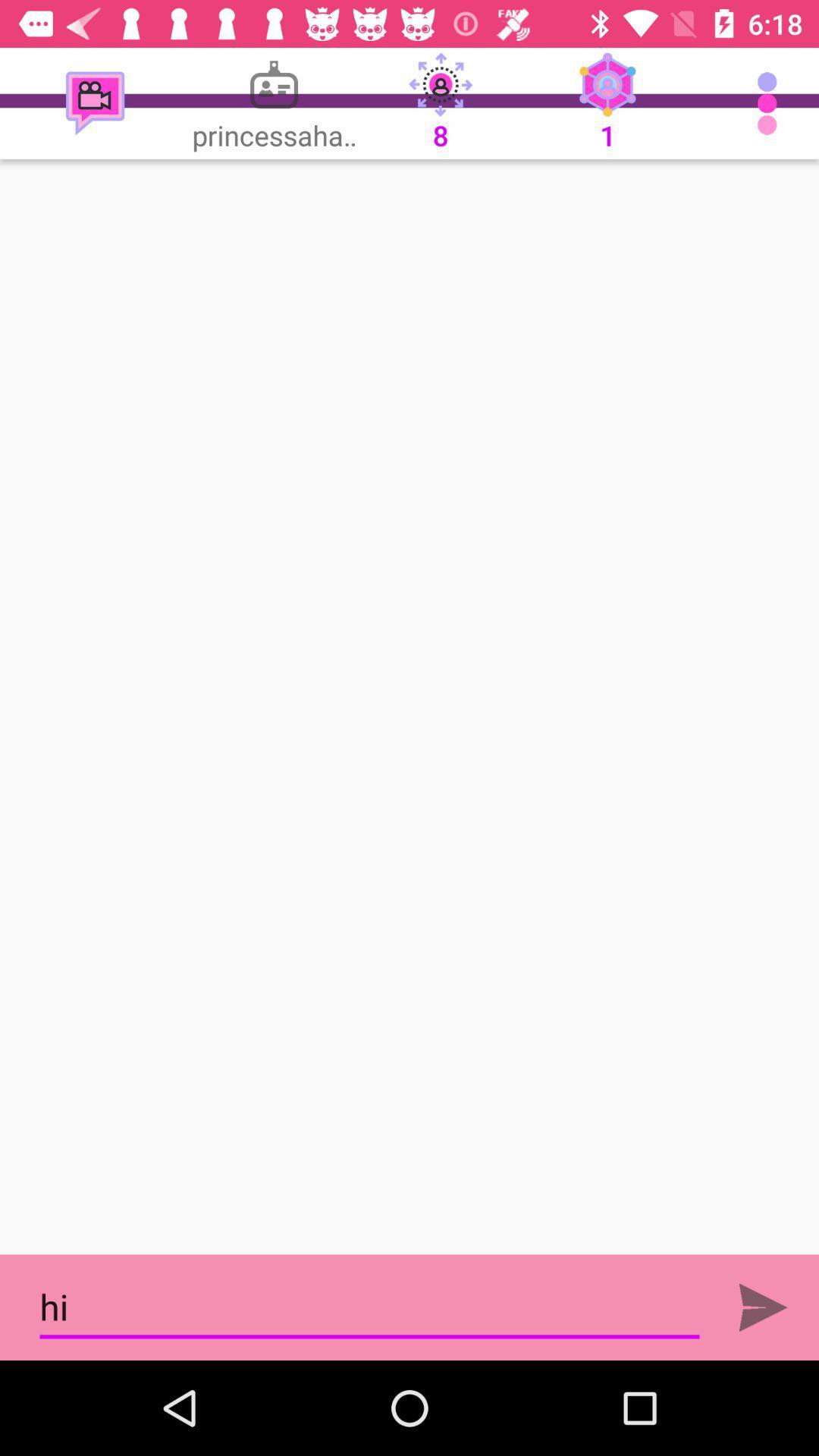 The width and height of the screenshot is (819, 1456). I want to click on next, so click(763, 1307).